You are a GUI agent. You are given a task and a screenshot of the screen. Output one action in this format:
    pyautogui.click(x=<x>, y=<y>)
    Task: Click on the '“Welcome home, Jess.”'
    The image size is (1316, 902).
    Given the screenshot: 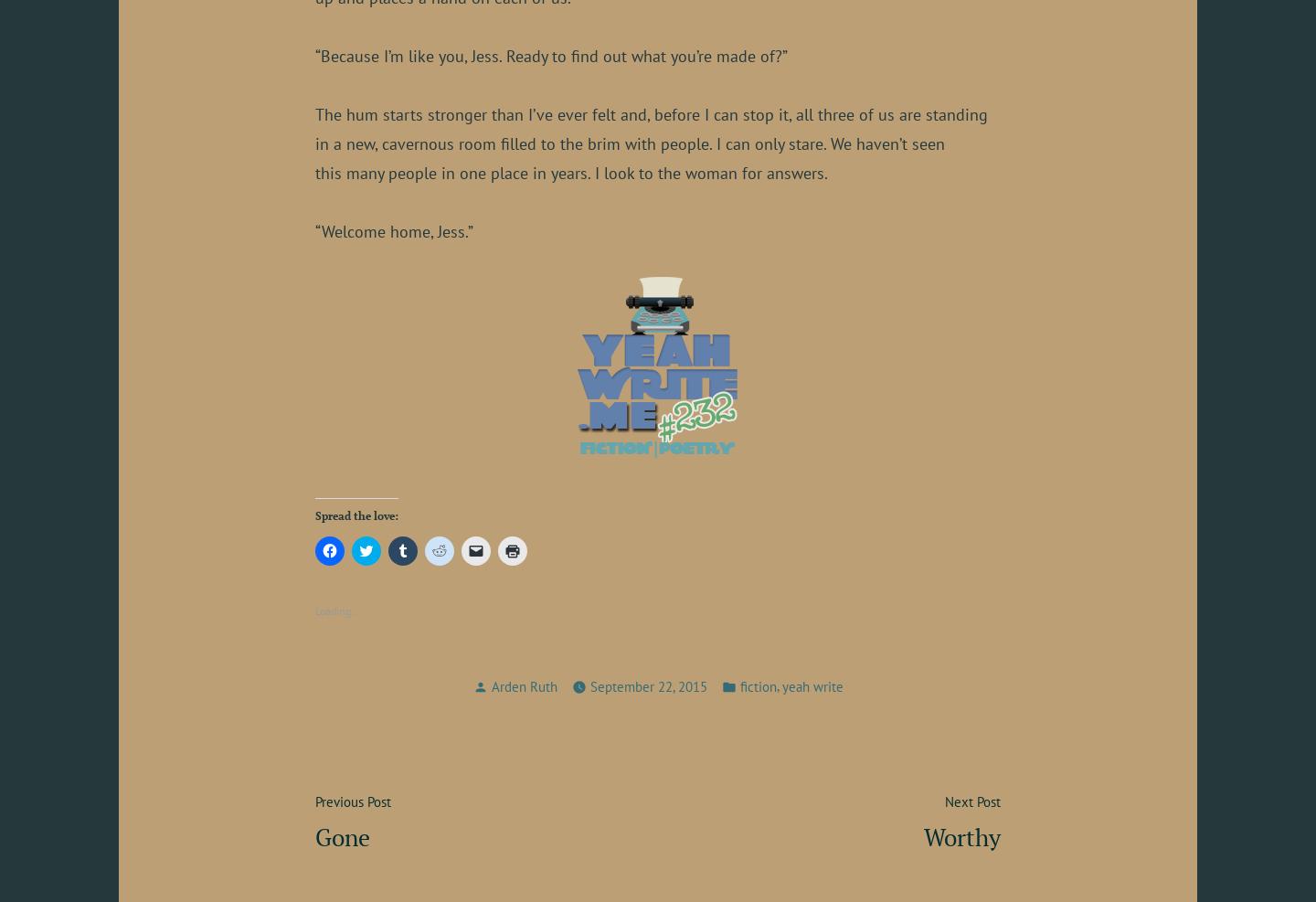 What is the action you would take?
    pyautogui.click(x=394, y=231)
    